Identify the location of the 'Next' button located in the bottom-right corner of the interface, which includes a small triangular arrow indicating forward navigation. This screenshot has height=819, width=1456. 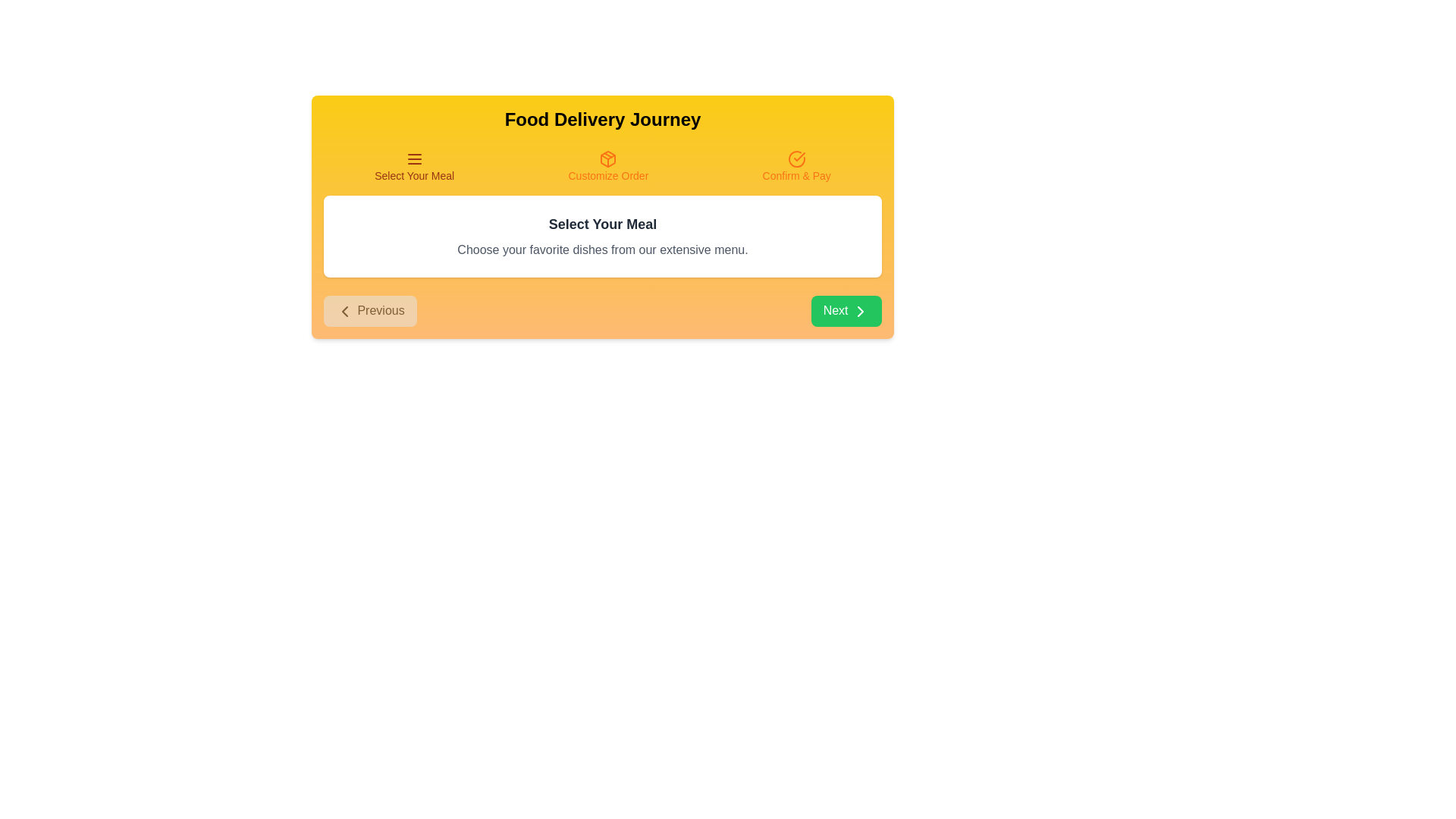
(860, 309).